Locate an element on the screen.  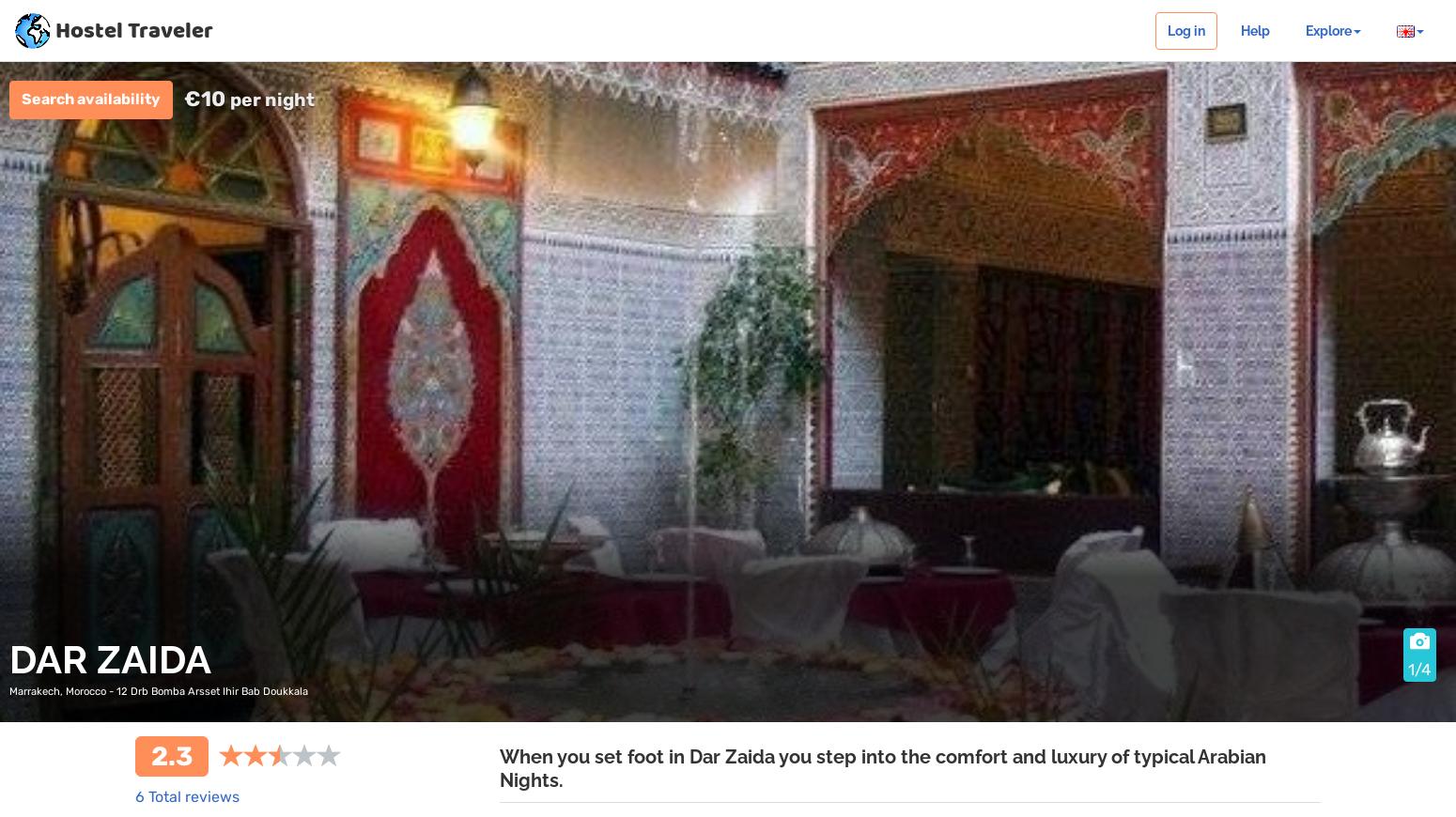
'Hostel Traveler' is located at coordinates (134, 31).